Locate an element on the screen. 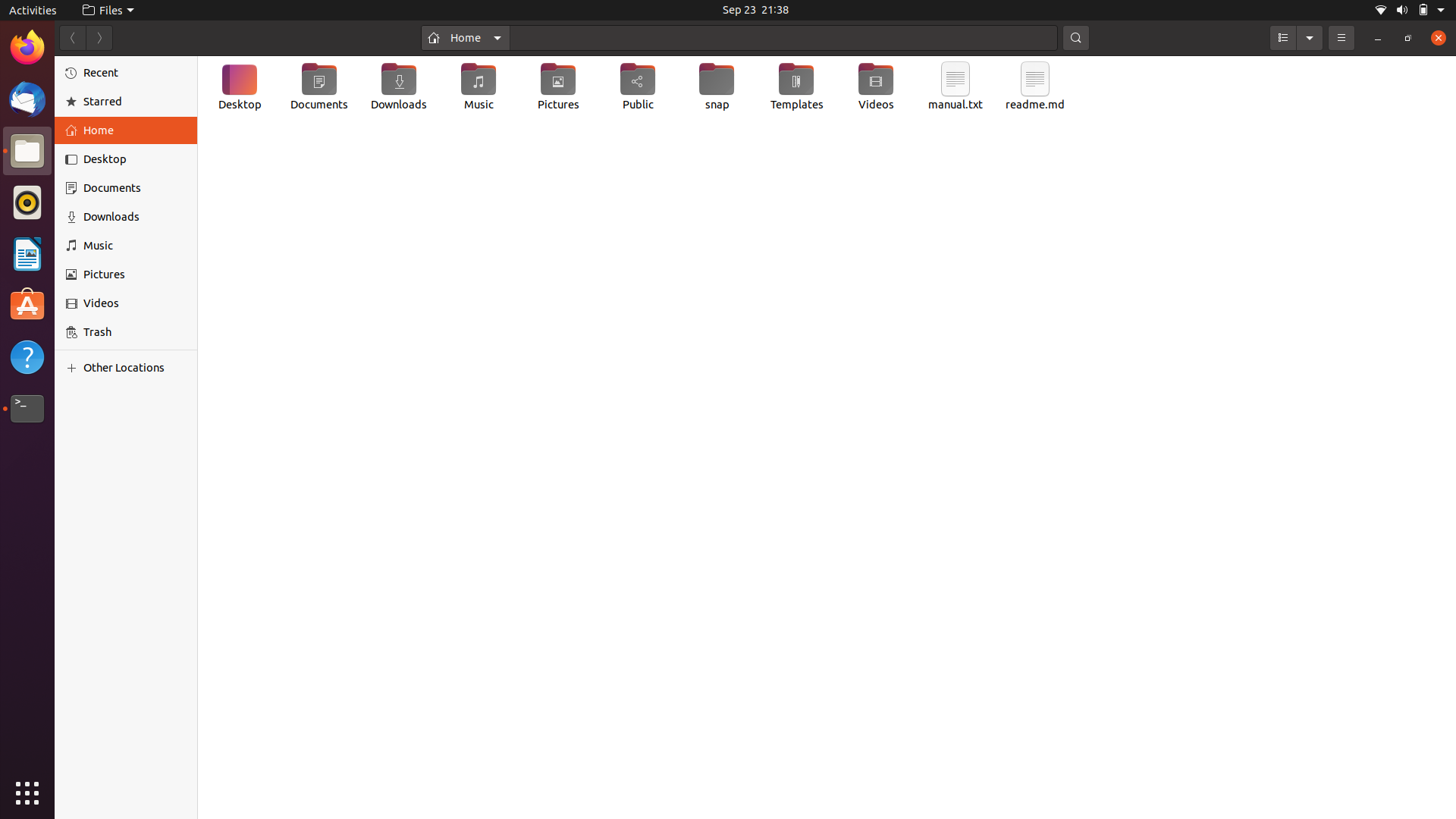  Change the name of the "Music" directory to "My Music" is located at coordinates (477, 89).